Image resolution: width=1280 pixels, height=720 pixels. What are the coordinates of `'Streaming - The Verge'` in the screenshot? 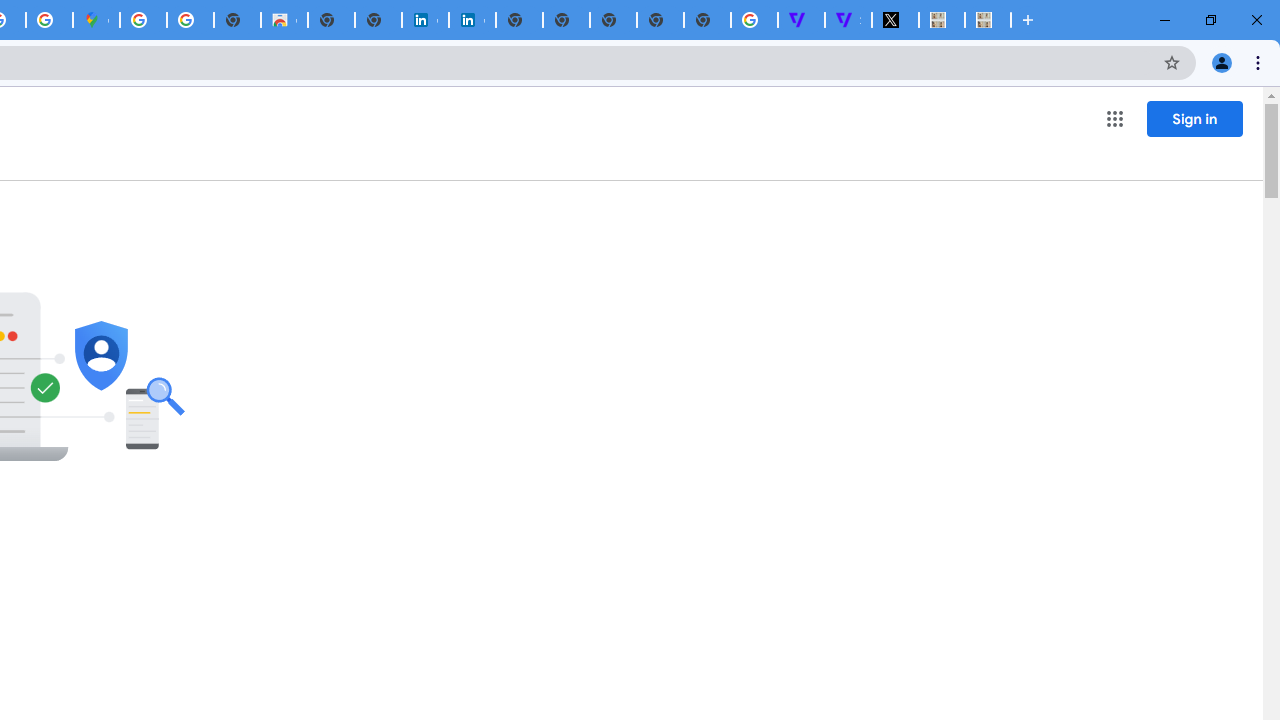 It's located at (848, 20).